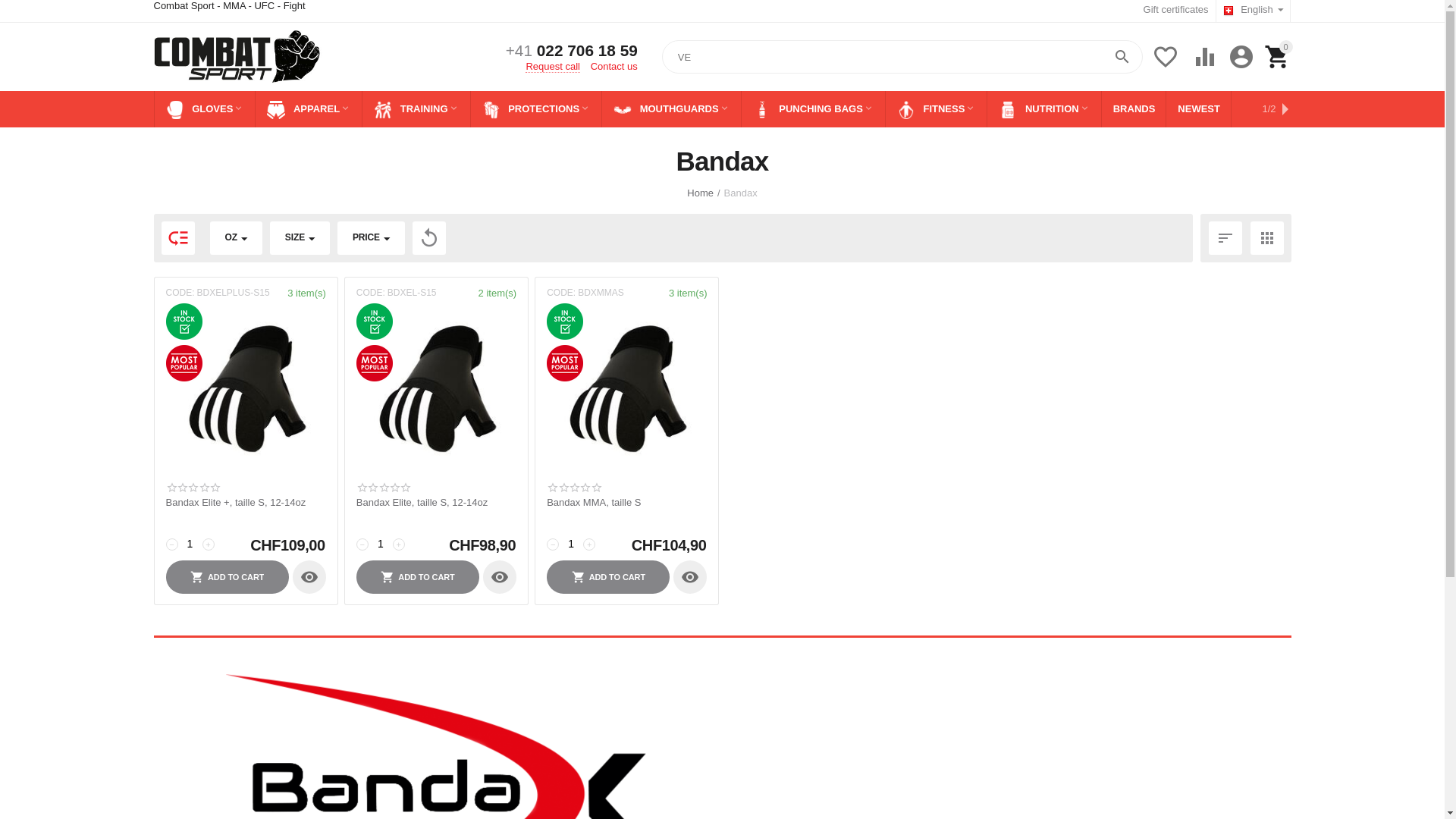 The width and height of the screenshot is (1456, 819). Describe the element at coordinates (1197, 108) in the screenshot. I see `'NEWEST'` at that location.